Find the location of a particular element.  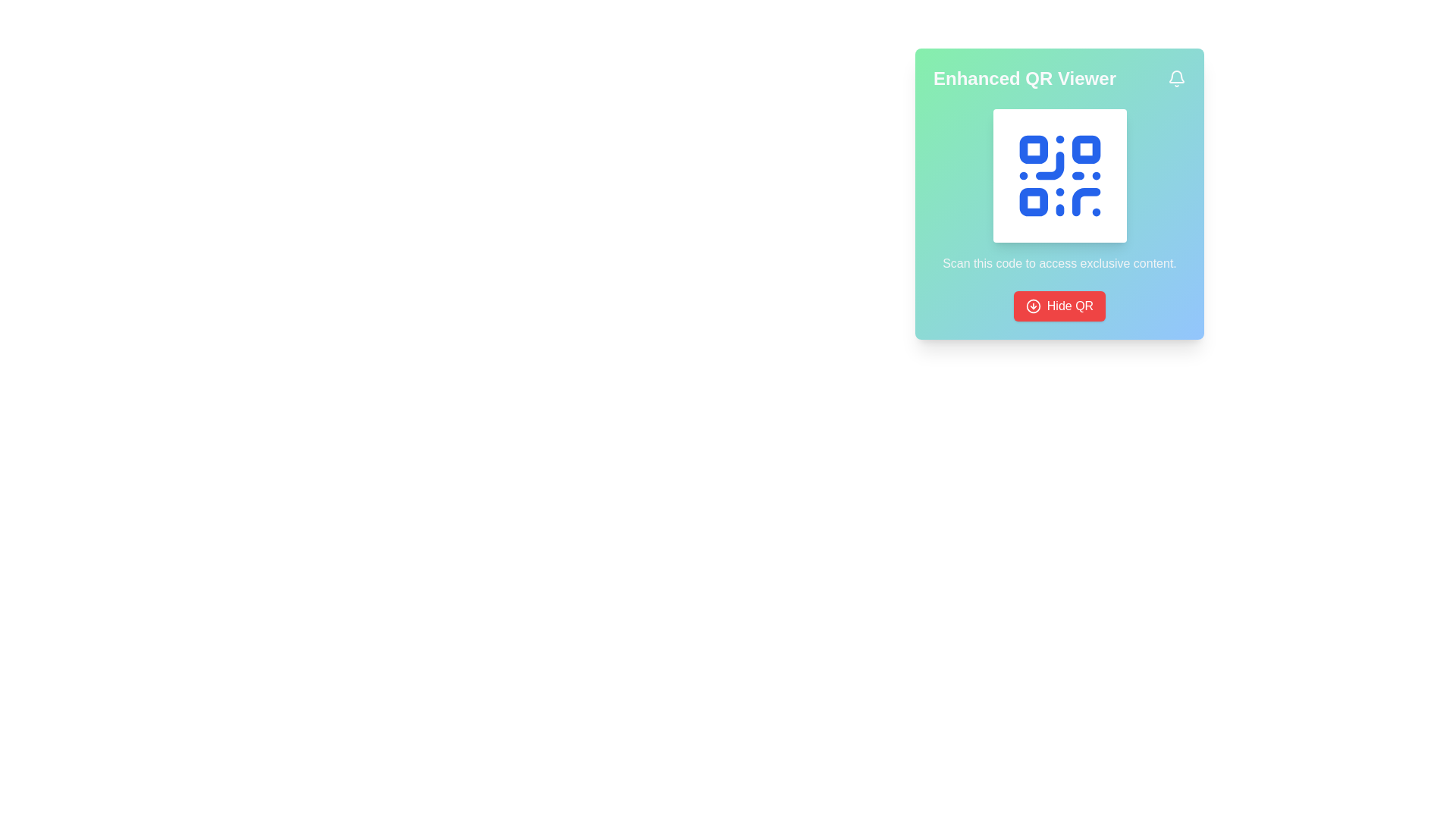

the circular icon component representing an arrow located in the top-right corner of the 'Enhanced QR Viewer' panel is located at coordinates (1032, 306).